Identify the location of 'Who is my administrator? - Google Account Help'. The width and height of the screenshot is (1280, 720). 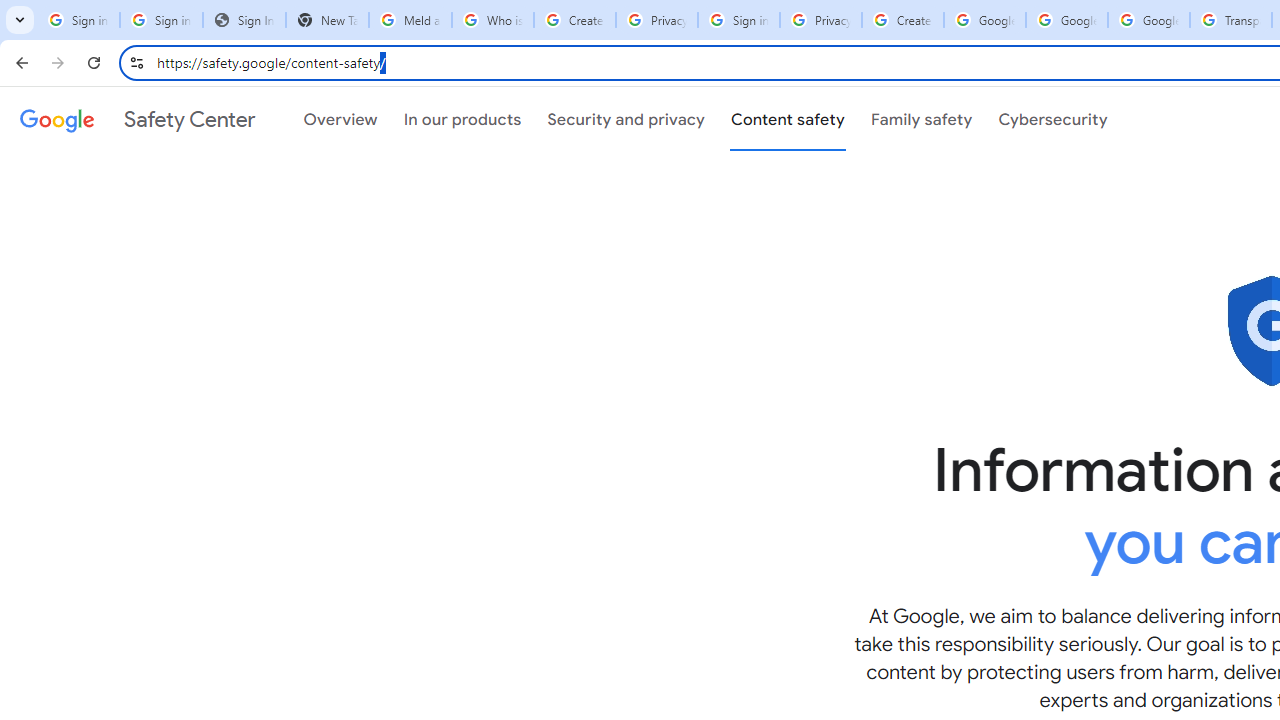
(492, 20).